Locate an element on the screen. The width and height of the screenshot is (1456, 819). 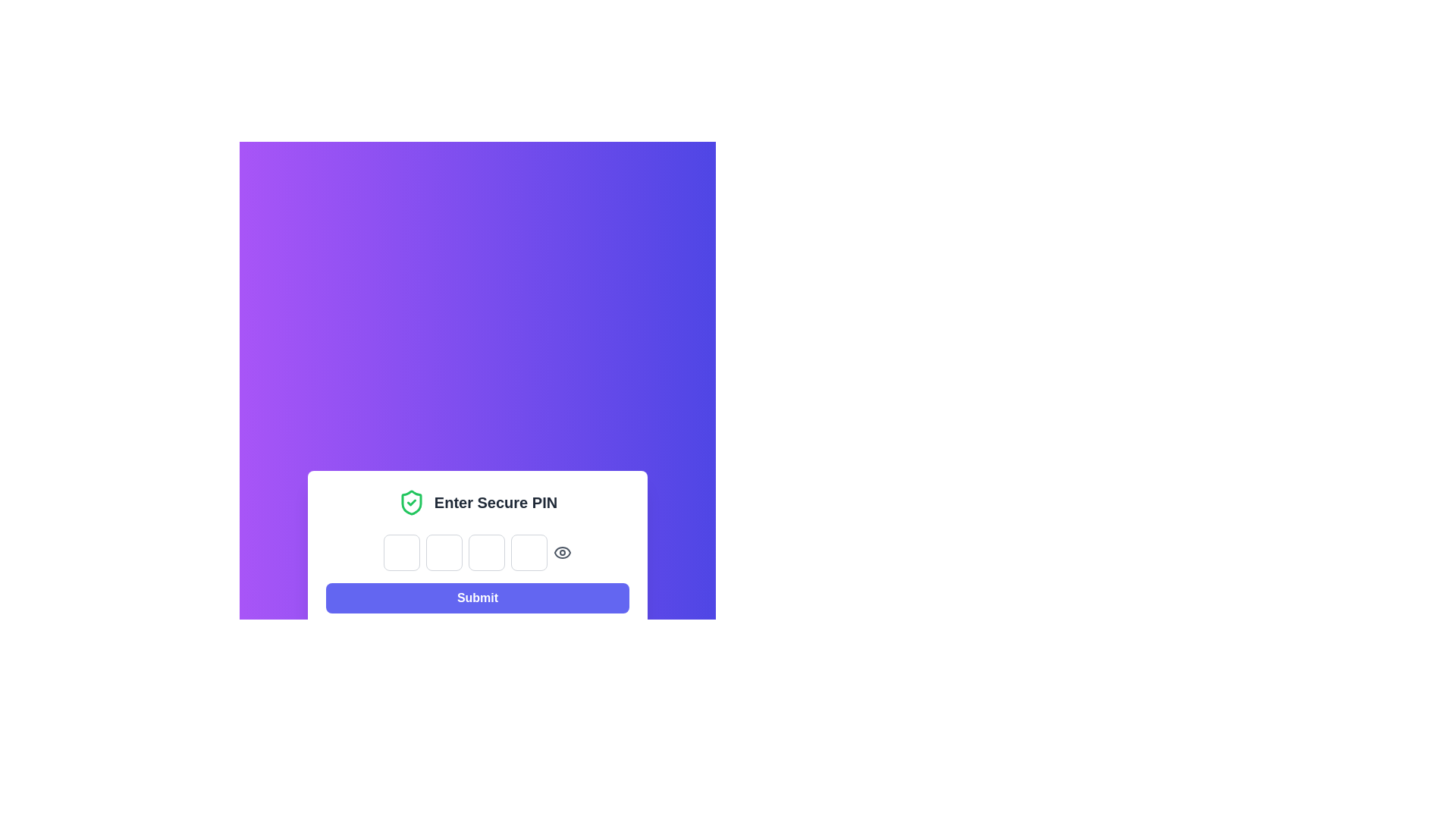
text label that serves as a descriptive header for the secure PIN input section, located below a gradient purple background and to the right of a green shield-check icon is located at coordinates (495, 503).